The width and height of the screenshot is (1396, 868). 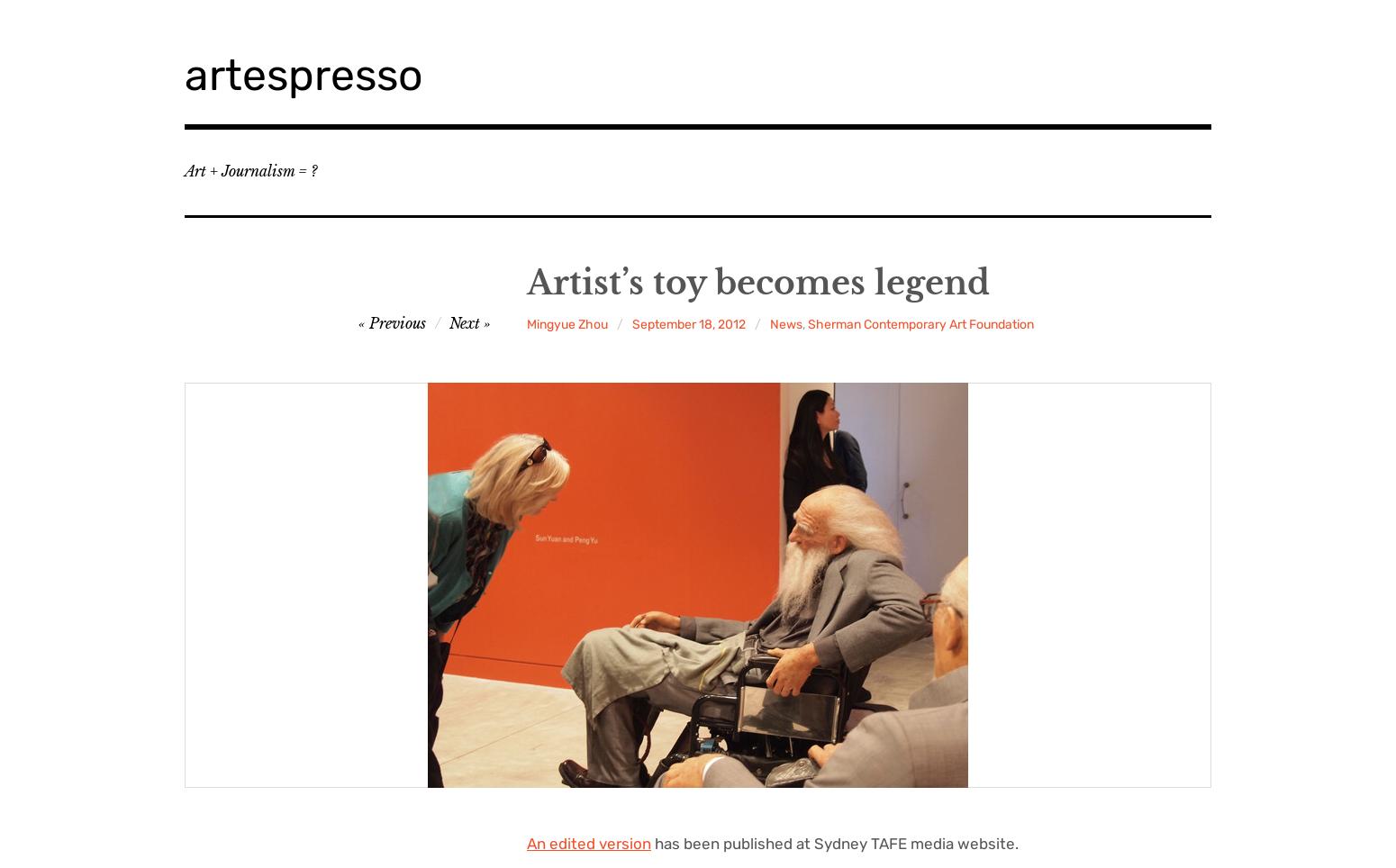 What do you see at coordinates (567, 323) in the screenshot?
I see `'Mingyue Zhou'` at bounding box center [567, 323].